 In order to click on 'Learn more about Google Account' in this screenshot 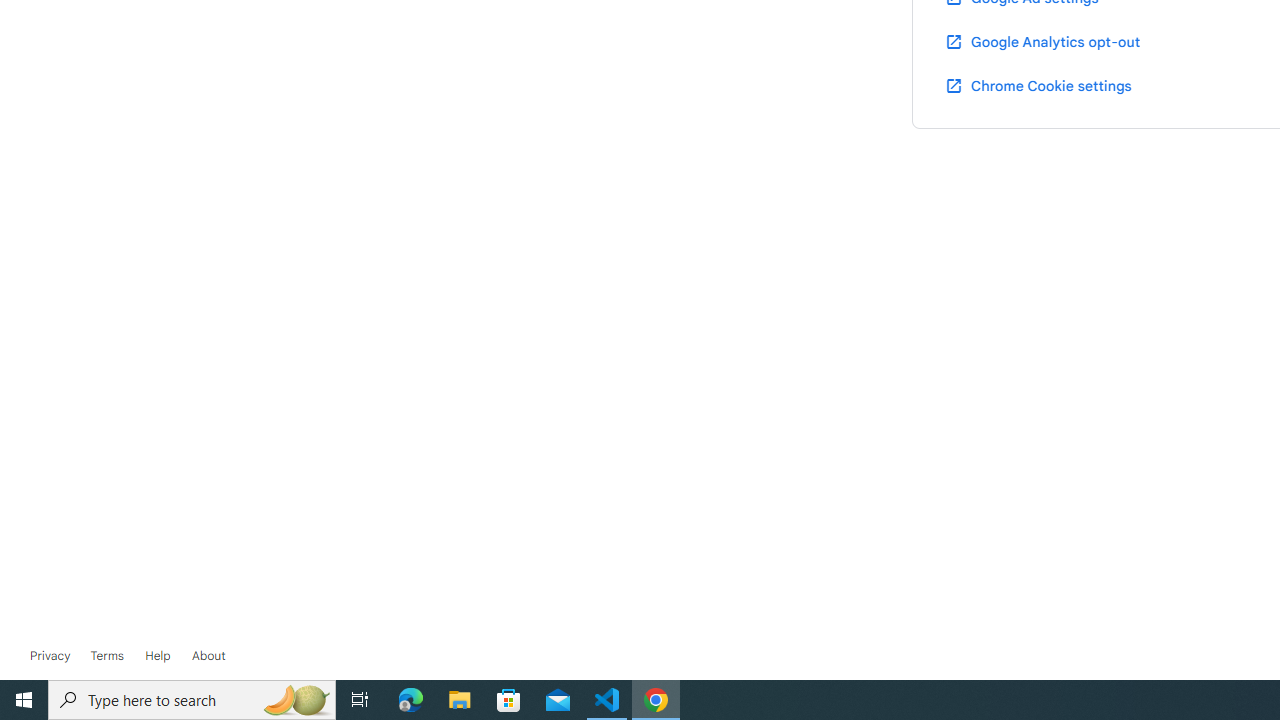, I will do `click(208, 655)`.